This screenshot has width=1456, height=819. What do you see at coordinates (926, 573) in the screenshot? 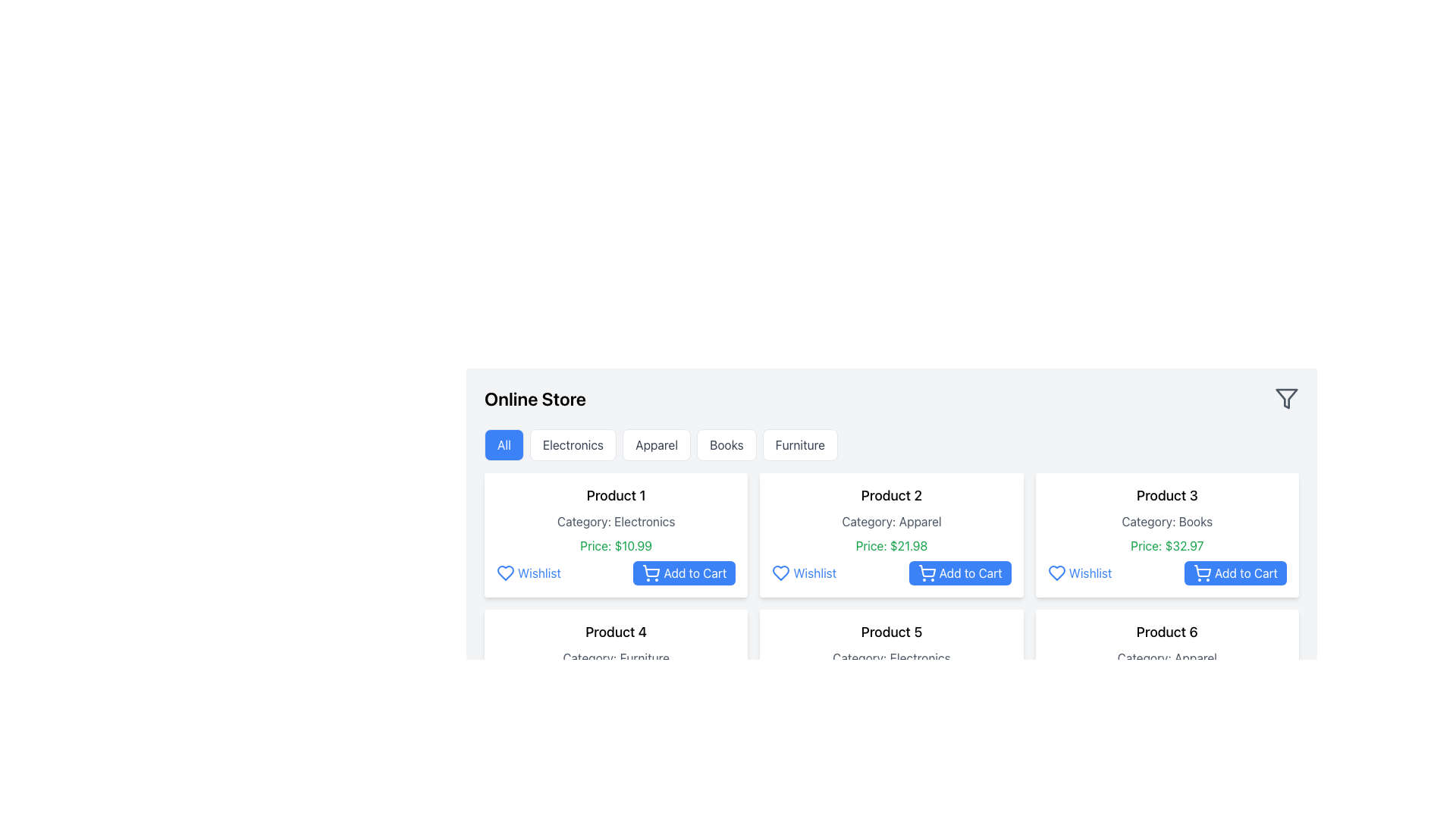
I see `the add to cart icon located inside the 'Add to Cart' button of the second product from the left in the top row of the product grid` at bounding box center [926, 573].